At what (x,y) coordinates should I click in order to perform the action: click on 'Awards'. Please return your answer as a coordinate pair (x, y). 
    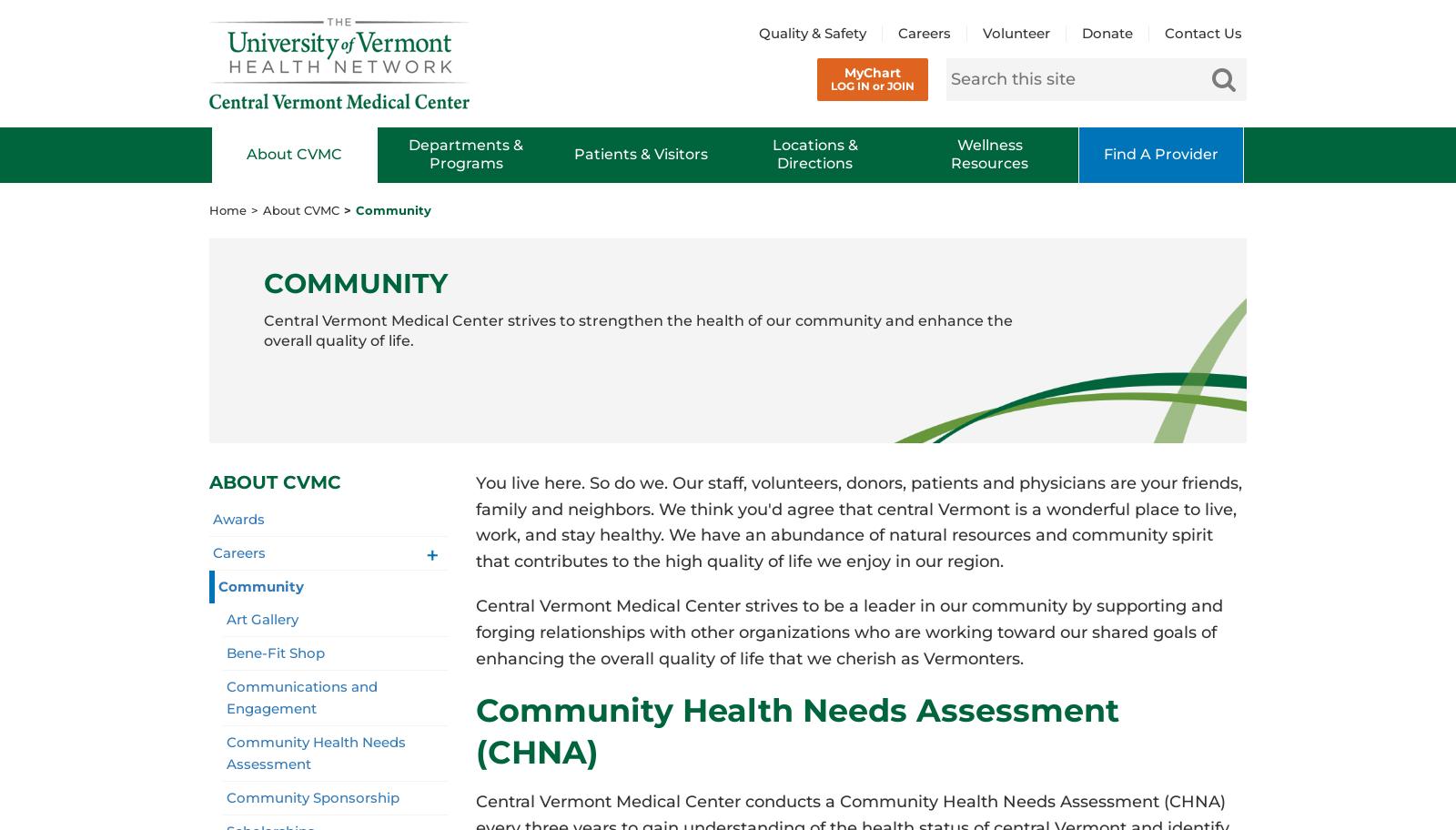
    Looking at the image, I should click on (238, 518).